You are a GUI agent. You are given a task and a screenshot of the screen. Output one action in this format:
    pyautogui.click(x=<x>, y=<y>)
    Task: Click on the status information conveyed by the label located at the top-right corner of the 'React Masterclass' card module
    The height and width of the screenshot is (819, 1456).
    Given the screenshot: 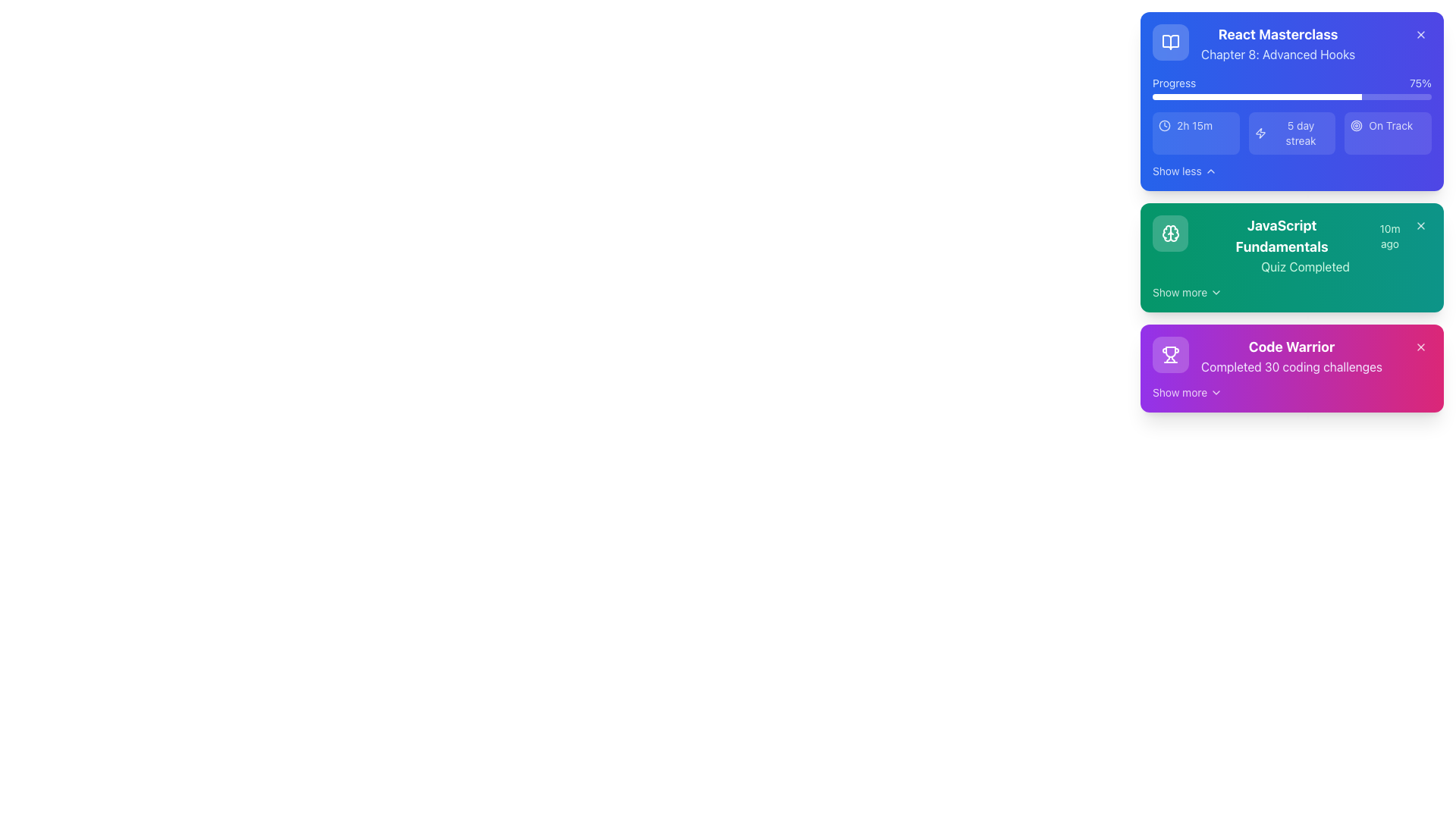 What is the action you would take?
    pyautogui.click(x=1391, y=124)
    